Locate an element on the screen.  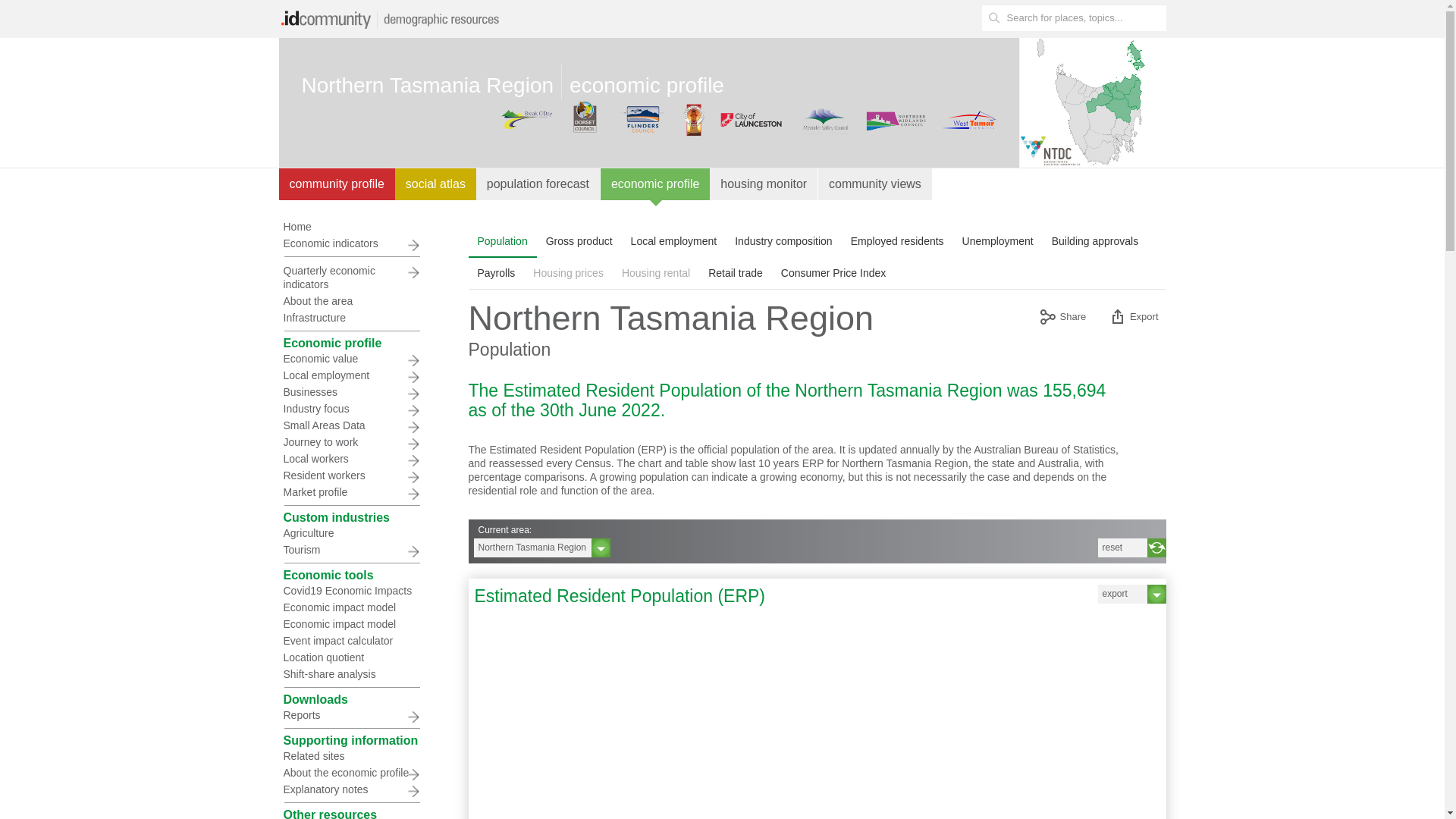
'export' is located at coordinates (1131, 593).